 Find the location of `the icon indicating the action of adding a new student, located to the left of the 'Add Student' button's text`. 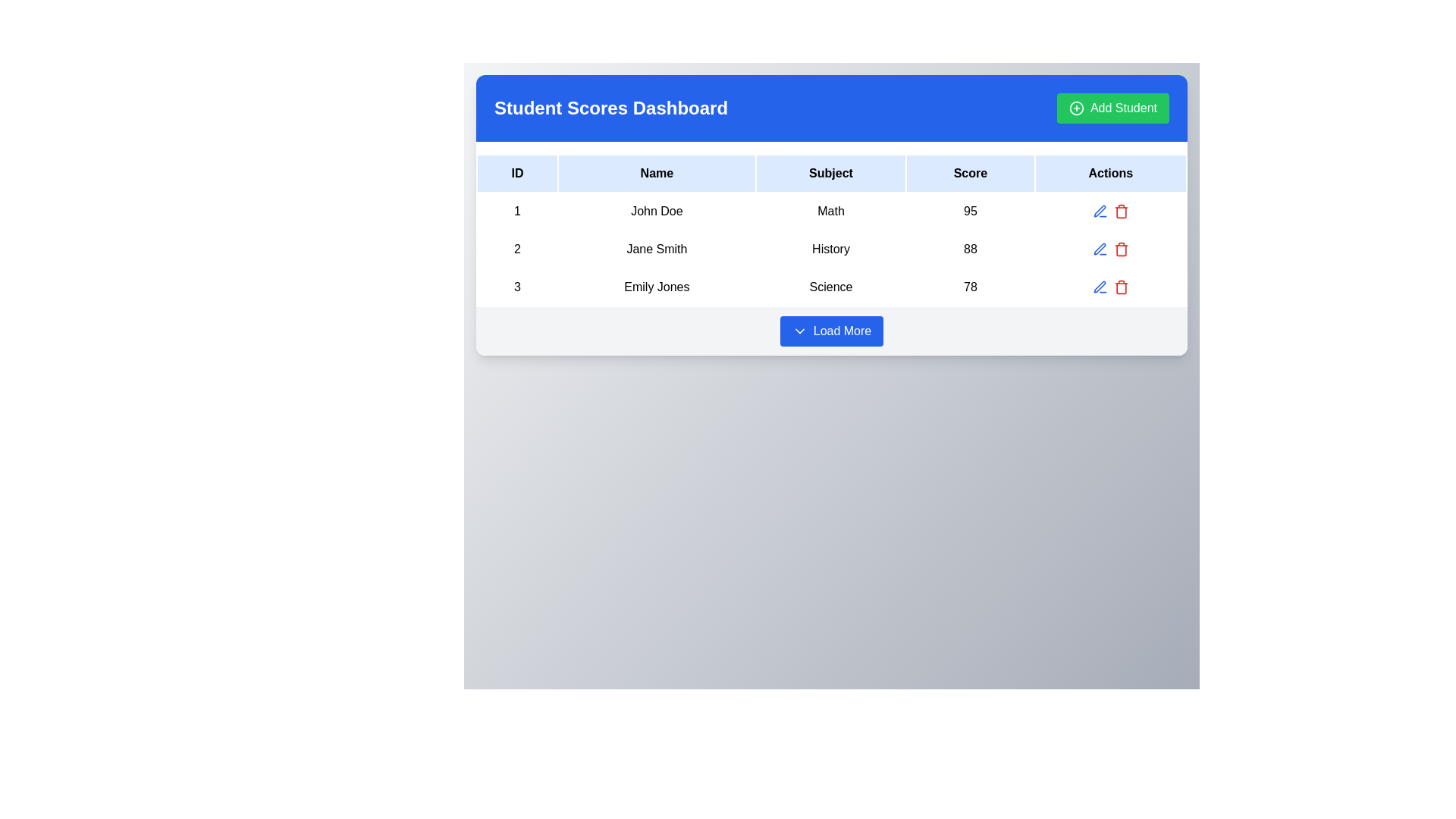

the icon indicating the action of adding a new student, located to the left of the 'Add Student' button's text is located at coordinates (1075, 107).